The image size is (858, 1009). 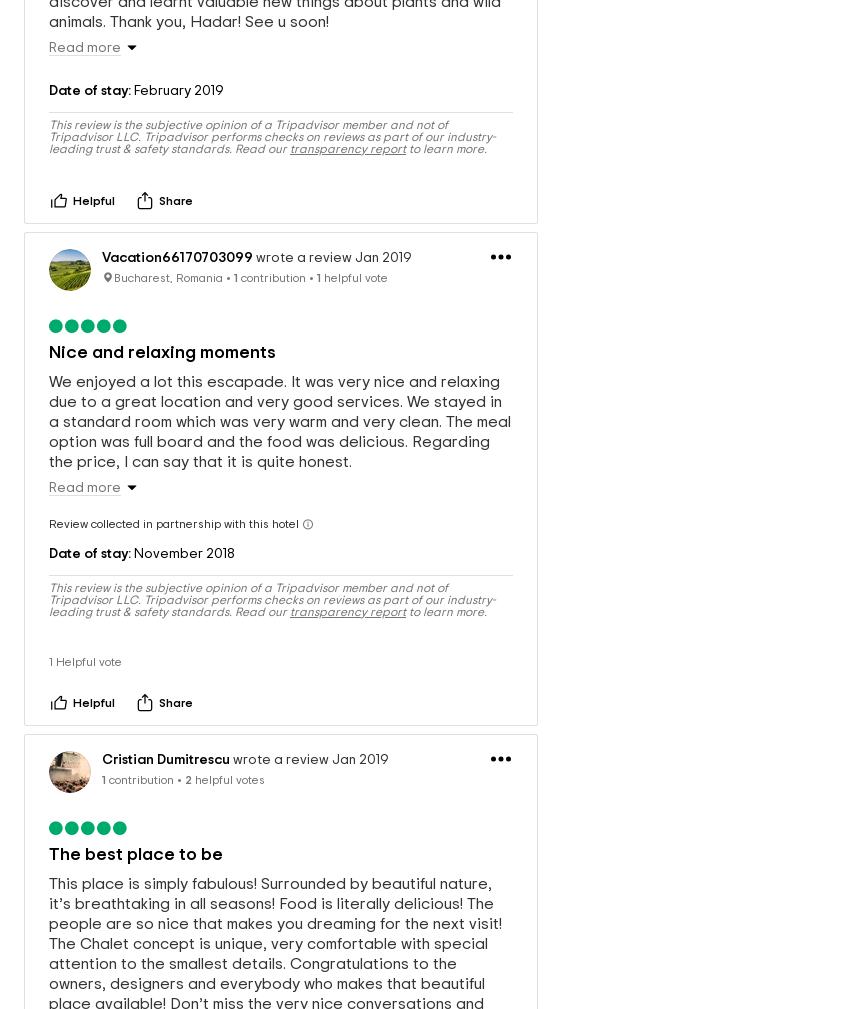 What do you see at coordinates (47, 330) in the screenshot?
I see `'Nice and relaxing moments'` at bounding box center [47, 330].